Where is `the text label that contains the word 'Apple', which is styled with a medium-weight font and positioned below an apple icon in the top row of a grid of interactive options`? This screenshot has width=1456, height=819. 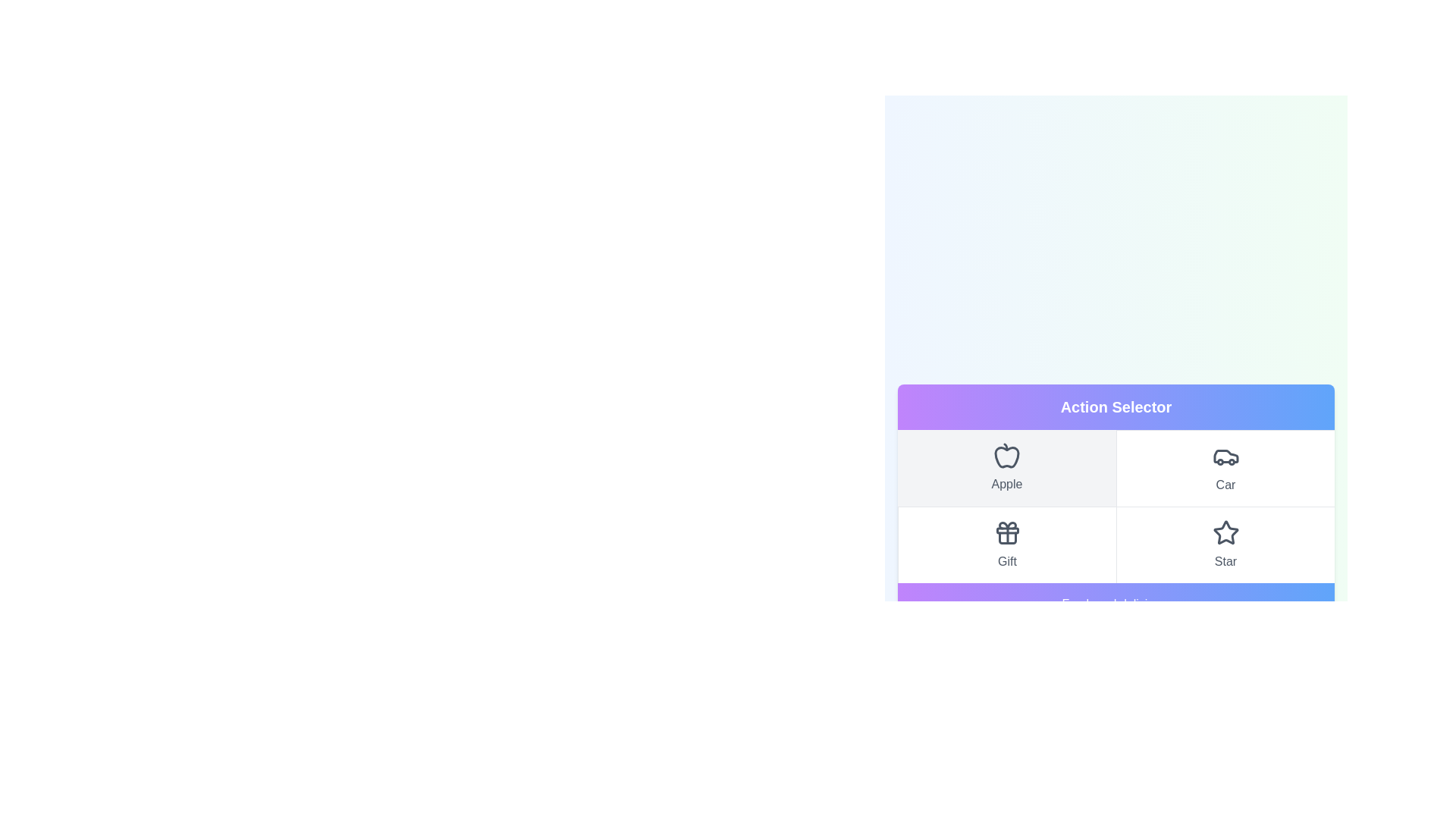 the text label that contains the word 'Apple', which is styled with a medium-weight font and positioned below an apple icon in the top row of a grid of interactive options is located at coordinates (1007, 485).